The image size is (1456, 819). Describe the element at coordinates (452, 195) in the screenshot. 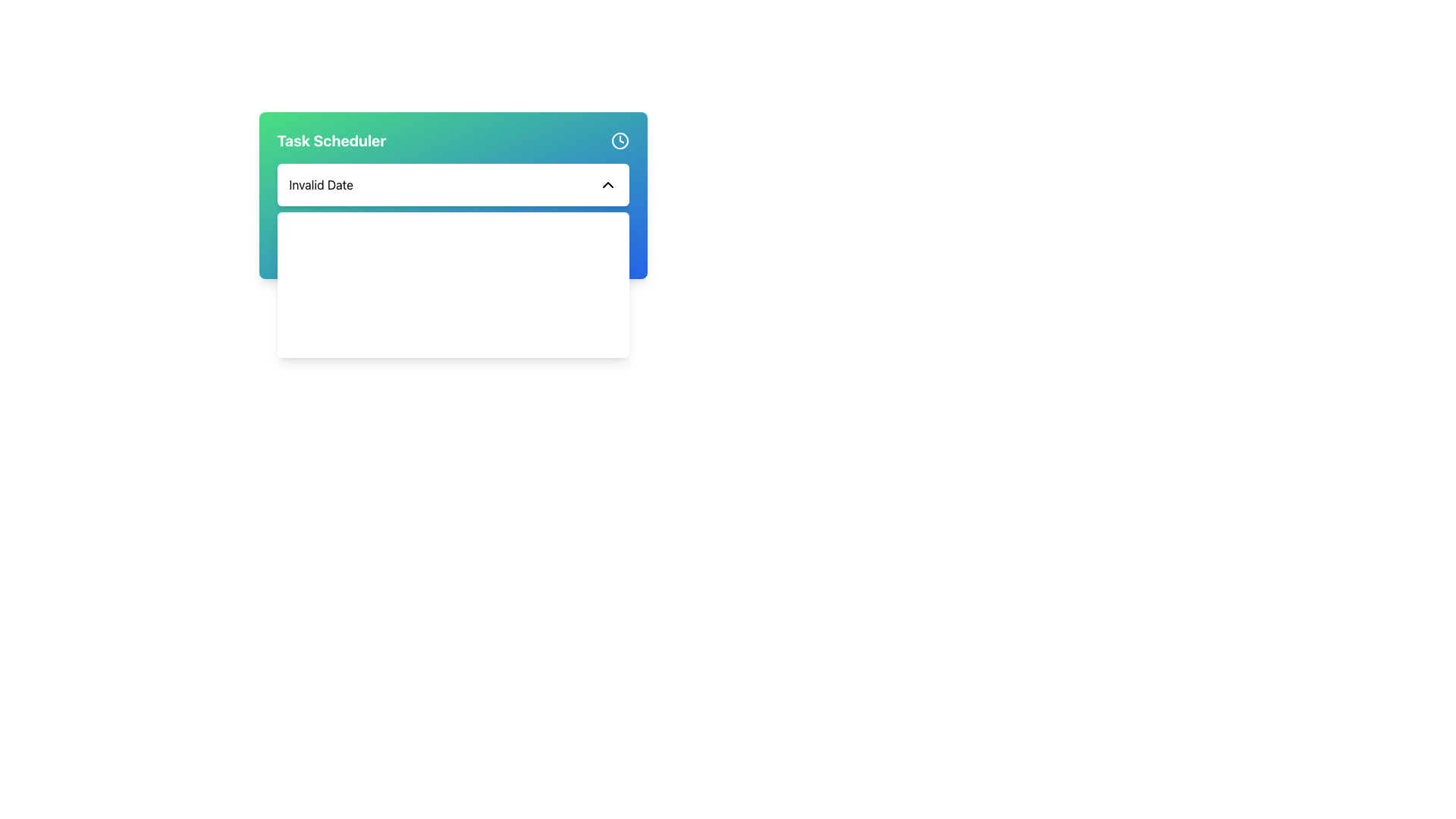

I see `the 'Task Scheduler' dropdown list component, which has a gradient background and displays 'Invalid Date', to change focus` at that location.